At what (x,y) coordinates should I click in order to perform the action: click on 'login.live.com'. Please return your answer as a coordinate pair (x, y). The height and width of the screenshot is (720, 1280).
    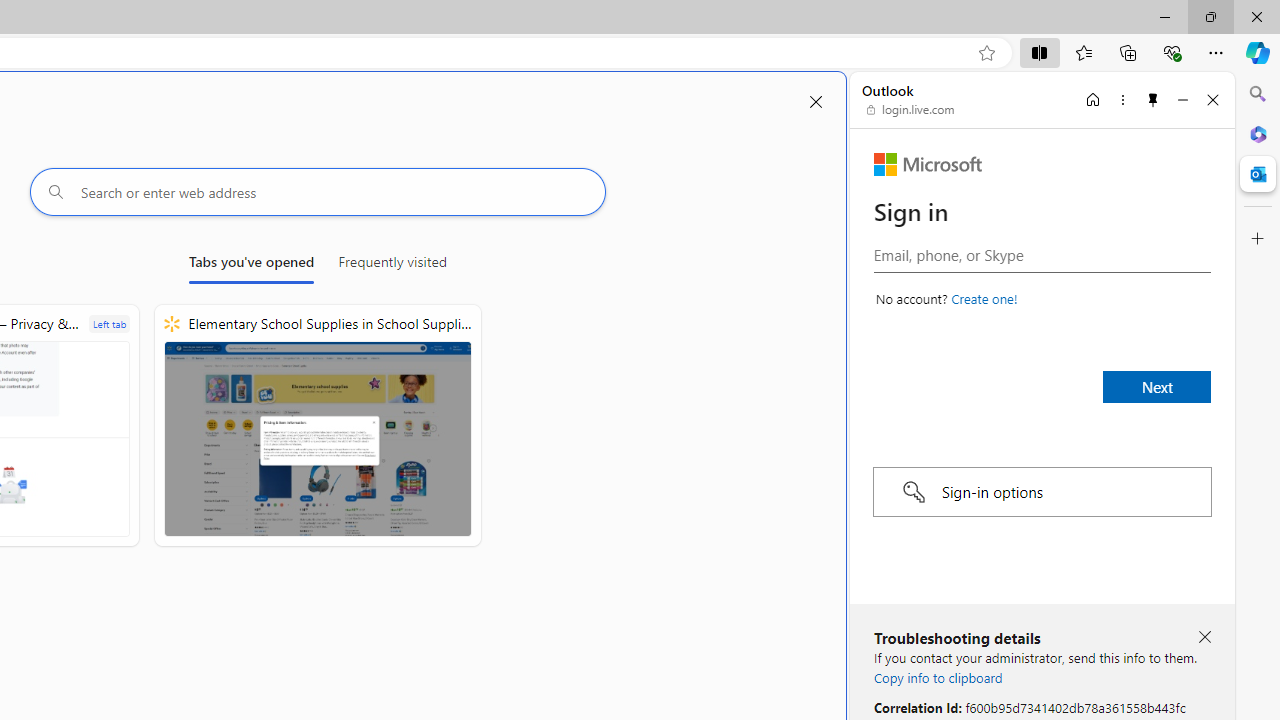
    Looking at the image, I should click on (910, 110).